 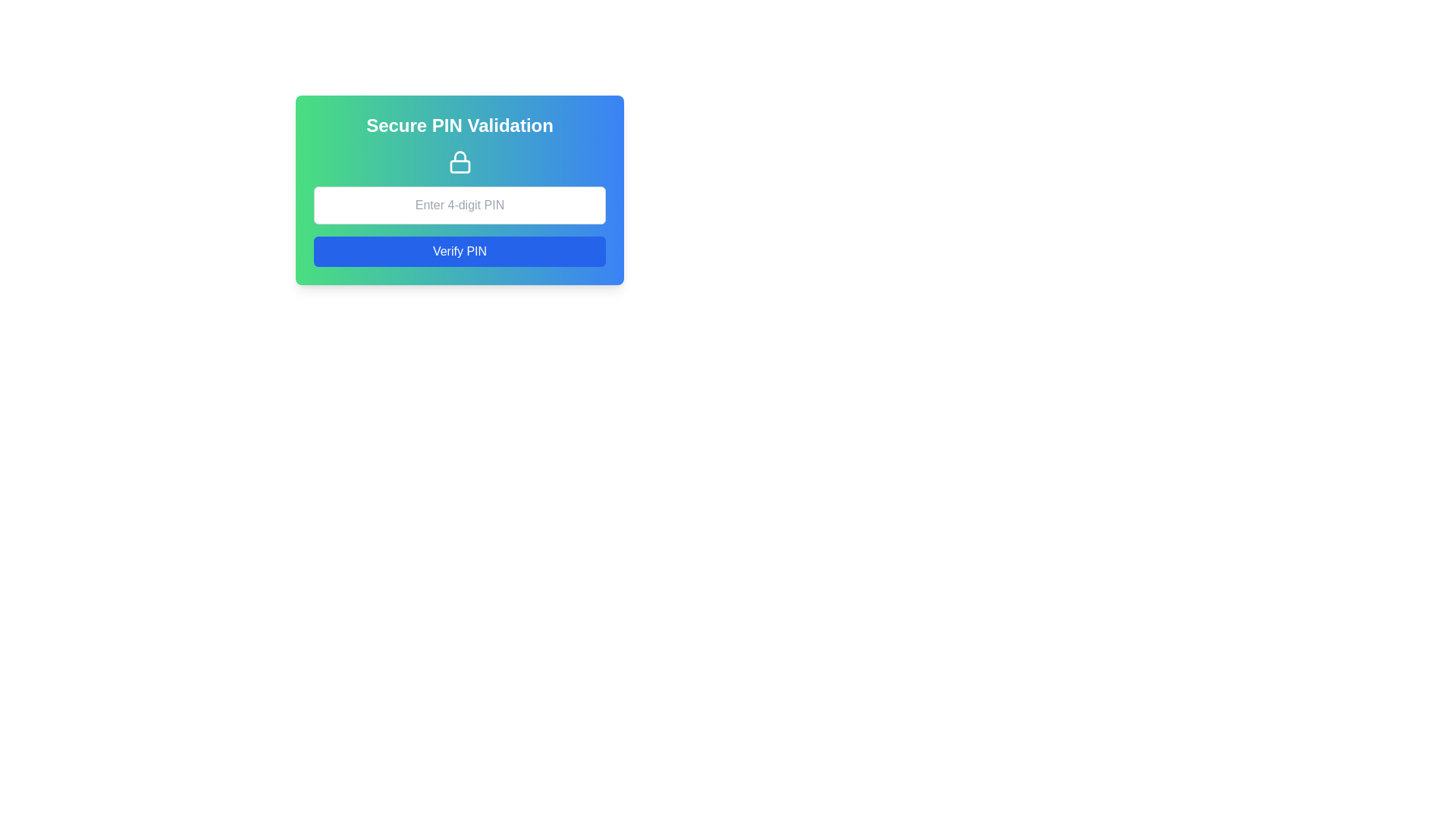 What do you see at coordinates (459, 162) in the screenshot?
I see `the lock icon that signifies the security of the PIN input process, located above the PIN input field in the 'Secure PIN Validation' box` at bounding box center [459, 162].